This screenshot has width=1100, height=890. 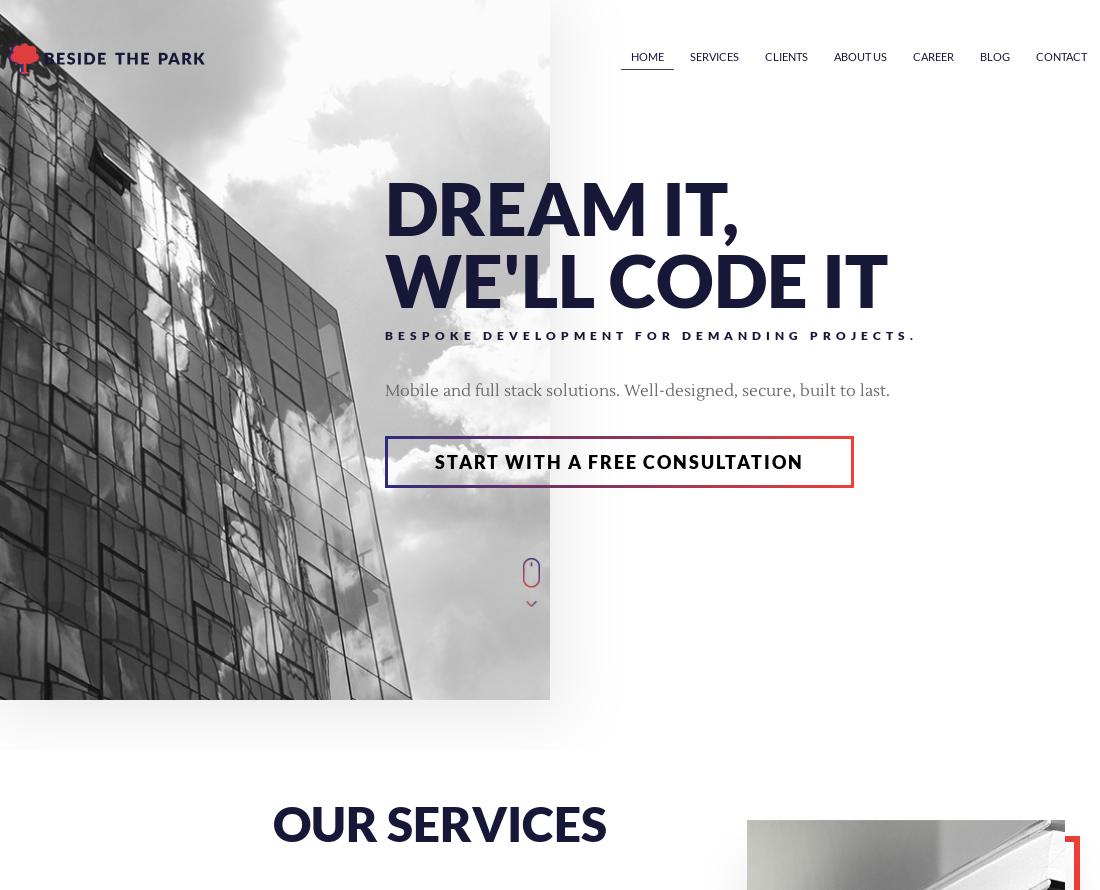 I want to click on 'Start with a free consultation', so click(x=434, y=461).